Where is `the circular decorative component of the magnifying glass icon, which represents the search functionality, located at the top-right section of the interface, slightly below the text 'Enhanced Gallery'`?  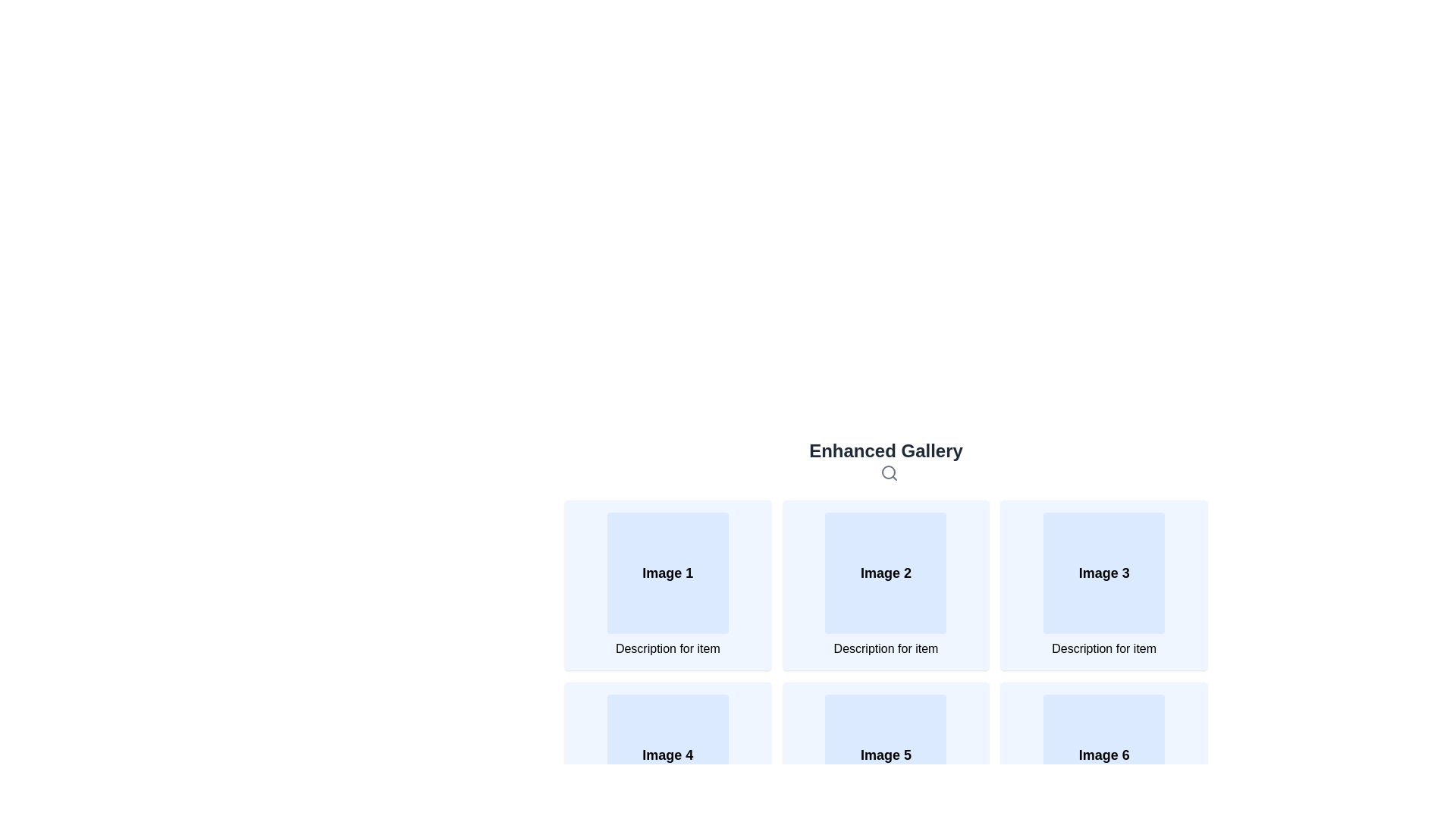 the circular decorative component of the magnifying glass icon, which represents the search functionality, located at the top-right section of the interface, slightly below the text 'Enhanced Gallery' is located at coordinates (888, 471).